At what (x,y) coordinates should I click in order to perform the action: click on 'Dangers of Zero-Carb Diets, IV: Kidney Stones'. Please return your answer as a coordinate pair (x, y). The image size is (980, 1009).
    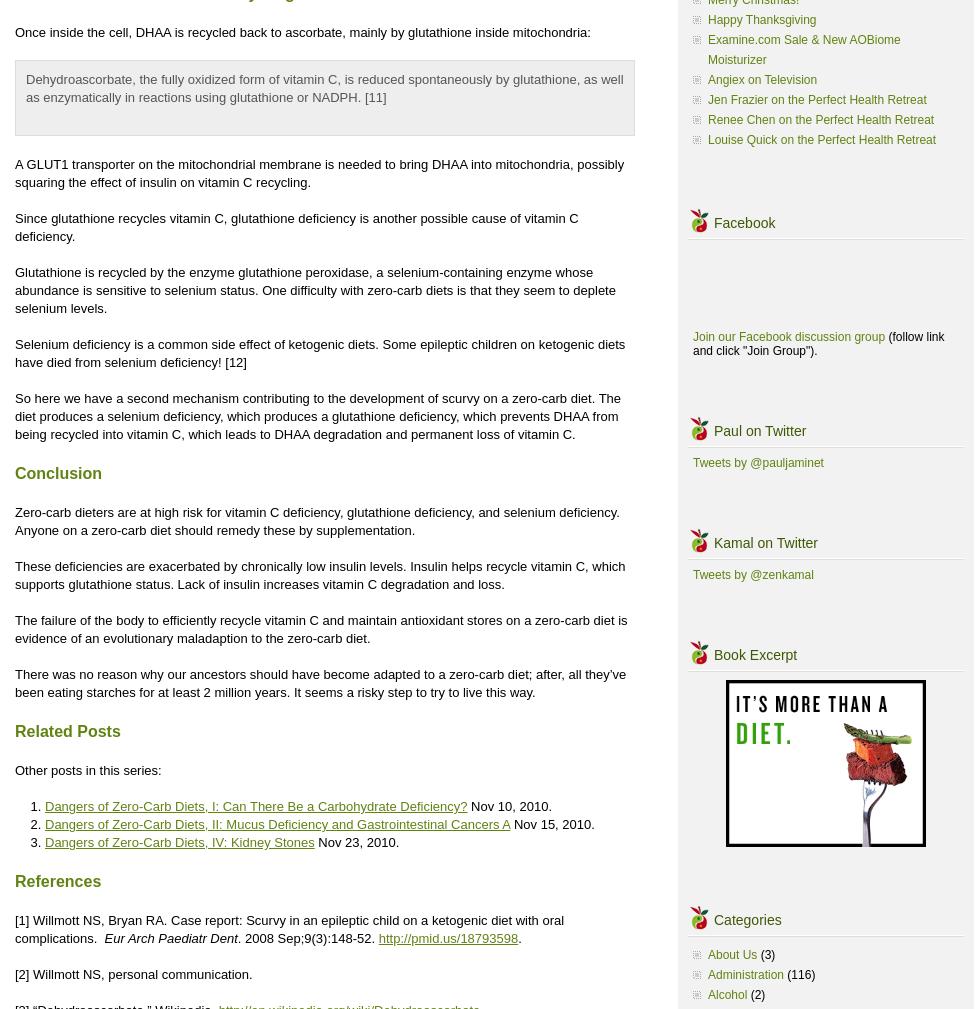
    Looking at the image, I should click on (44, 842).